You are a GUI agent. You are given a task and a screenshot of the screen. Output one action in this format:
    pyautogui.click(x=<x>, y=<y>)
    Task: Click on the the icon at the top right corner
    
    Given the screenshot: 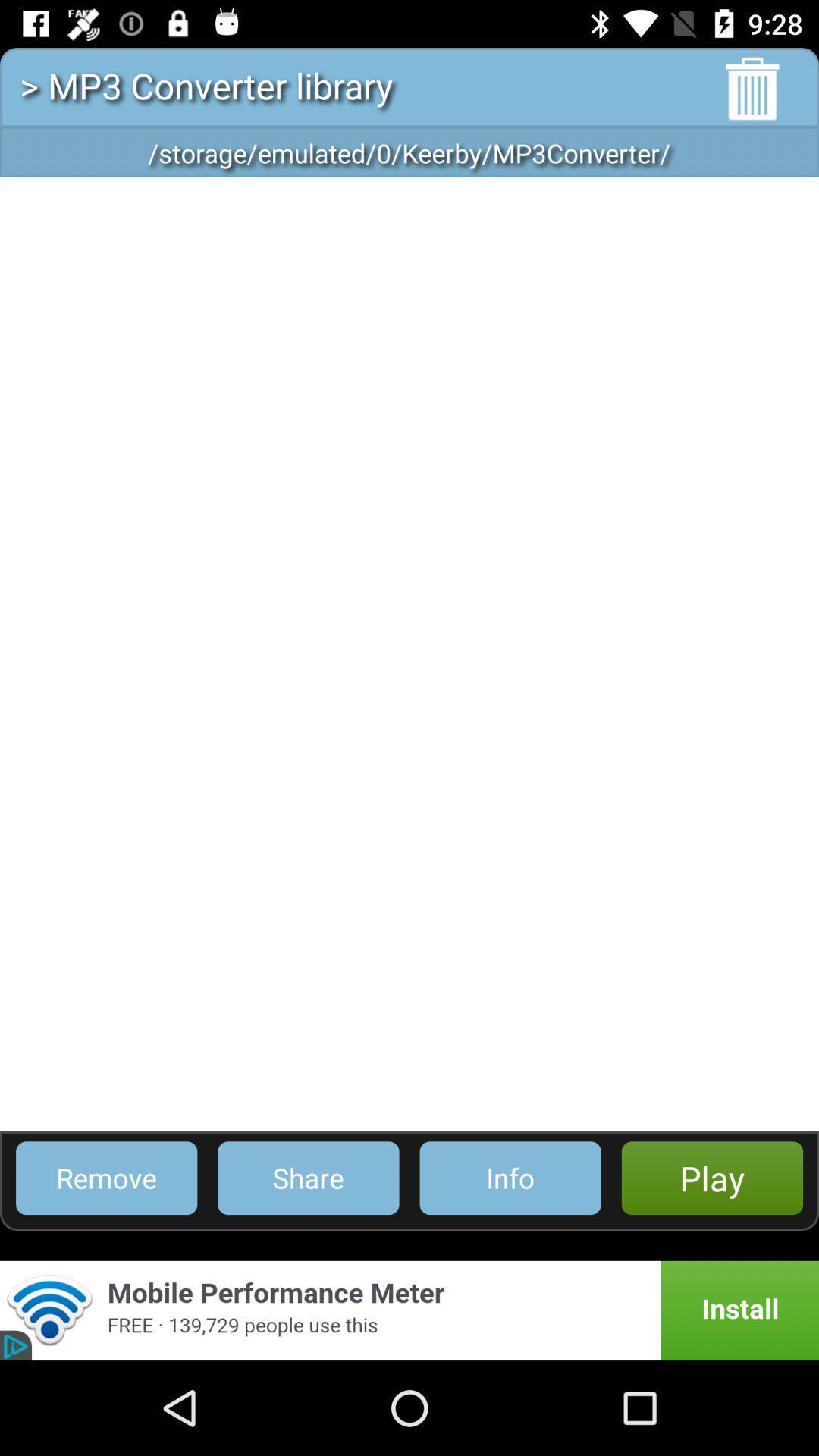 What is the action you would take?
    pyautogui.click(x=752, y=88)
    